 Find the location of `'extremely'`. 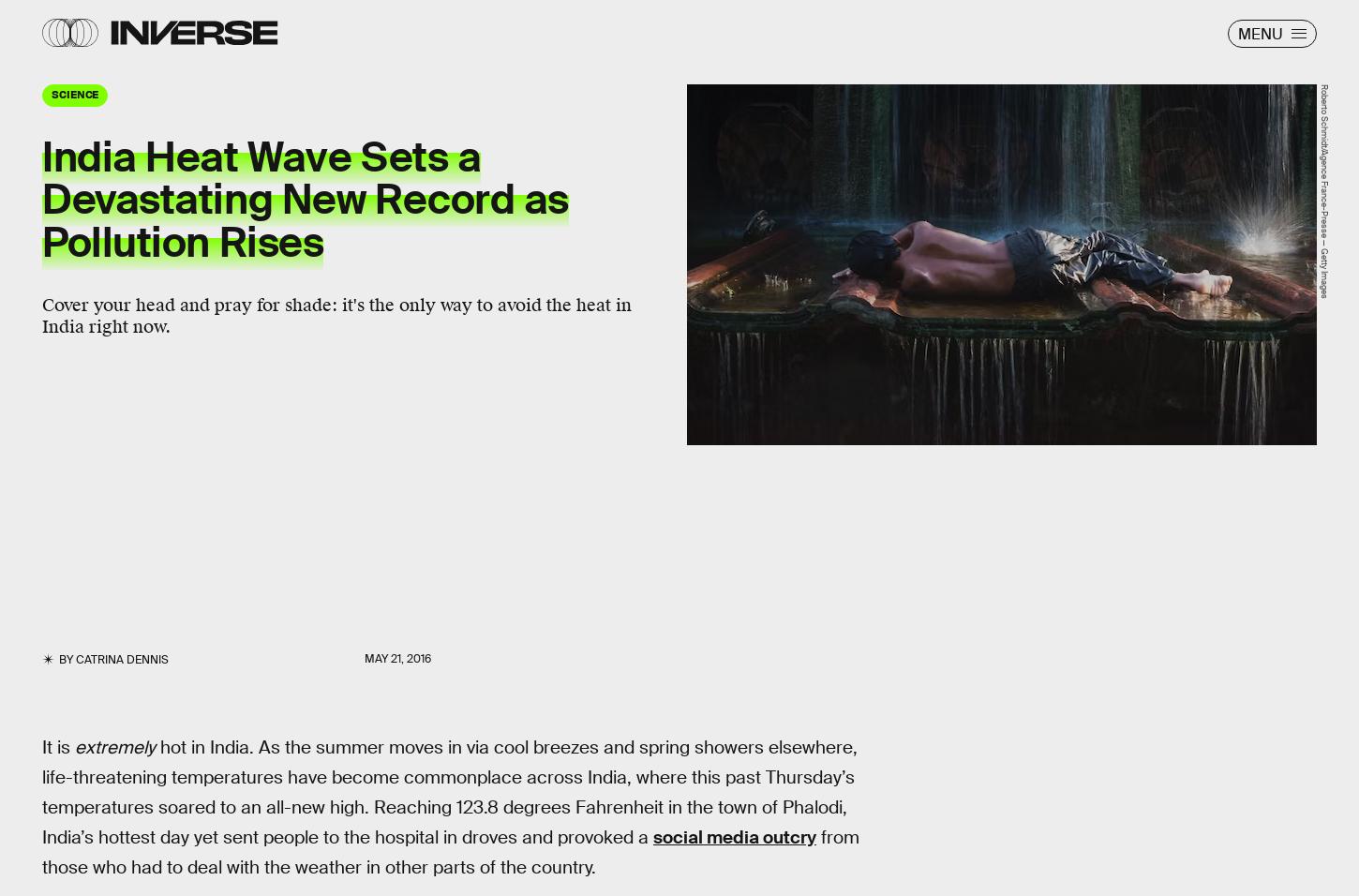

'extremely' is located at coordinates (113, 746).